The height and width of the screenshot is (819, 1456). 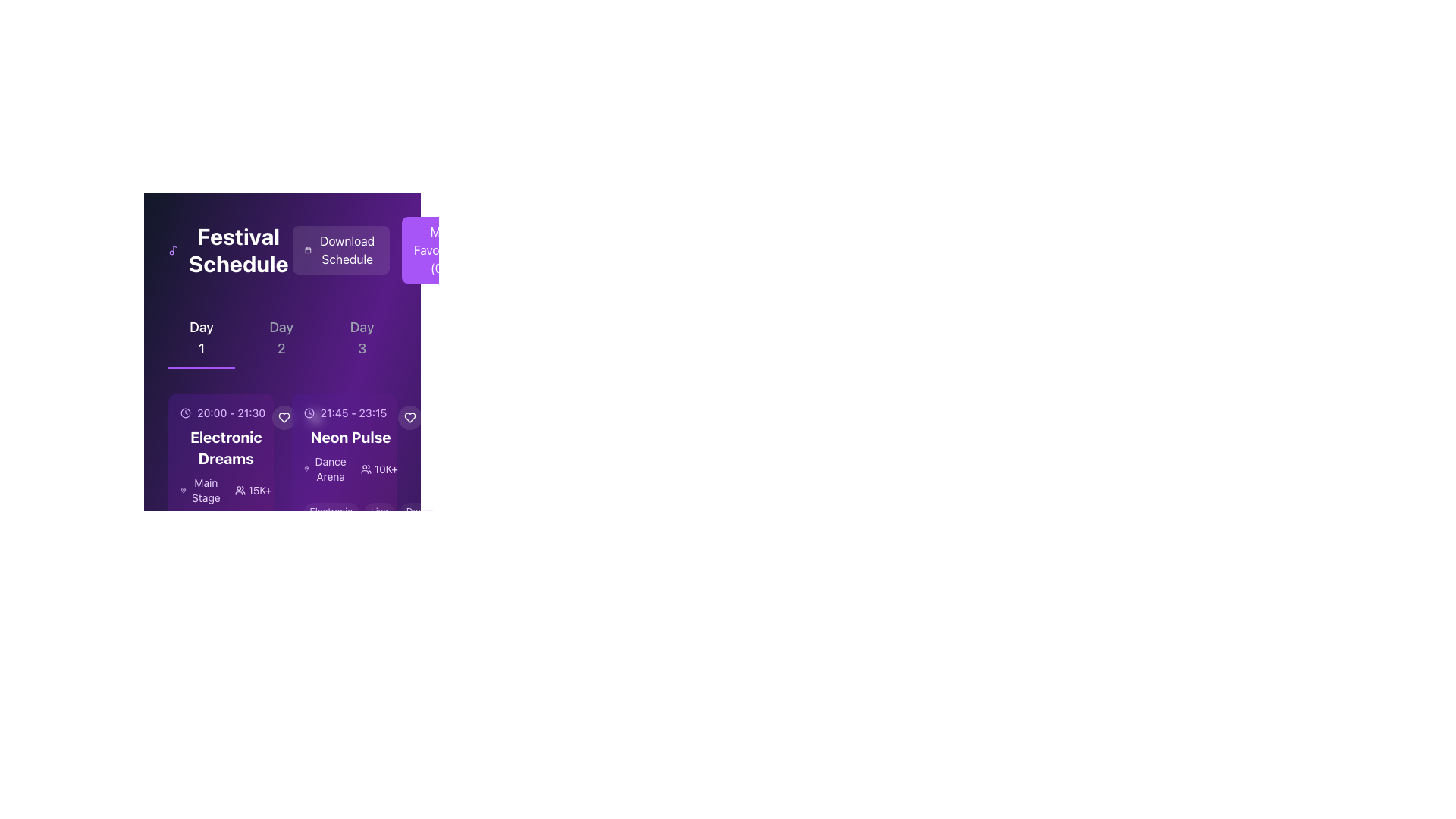 What do you see at coordinates (284, 418) in the screenshot?
I see `the heart-shaped icon used for favoriting the 'Electronic Dreams' event to mark it as favorite` at bounding box center [284, 418].